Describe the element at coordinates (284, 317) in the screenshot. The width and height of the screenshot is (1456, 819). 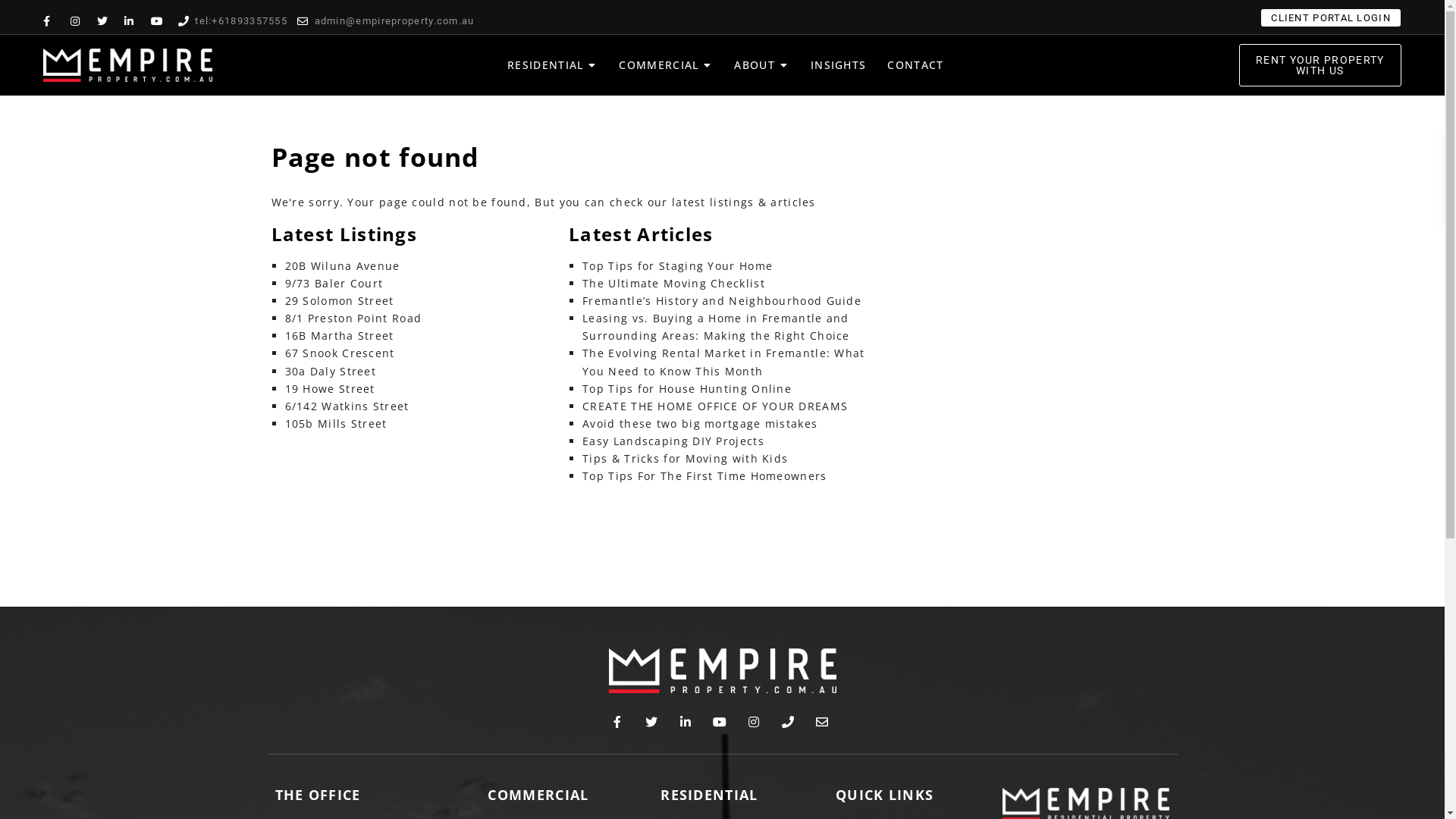
I see `'8/1 Preston Point Road'` at that location.